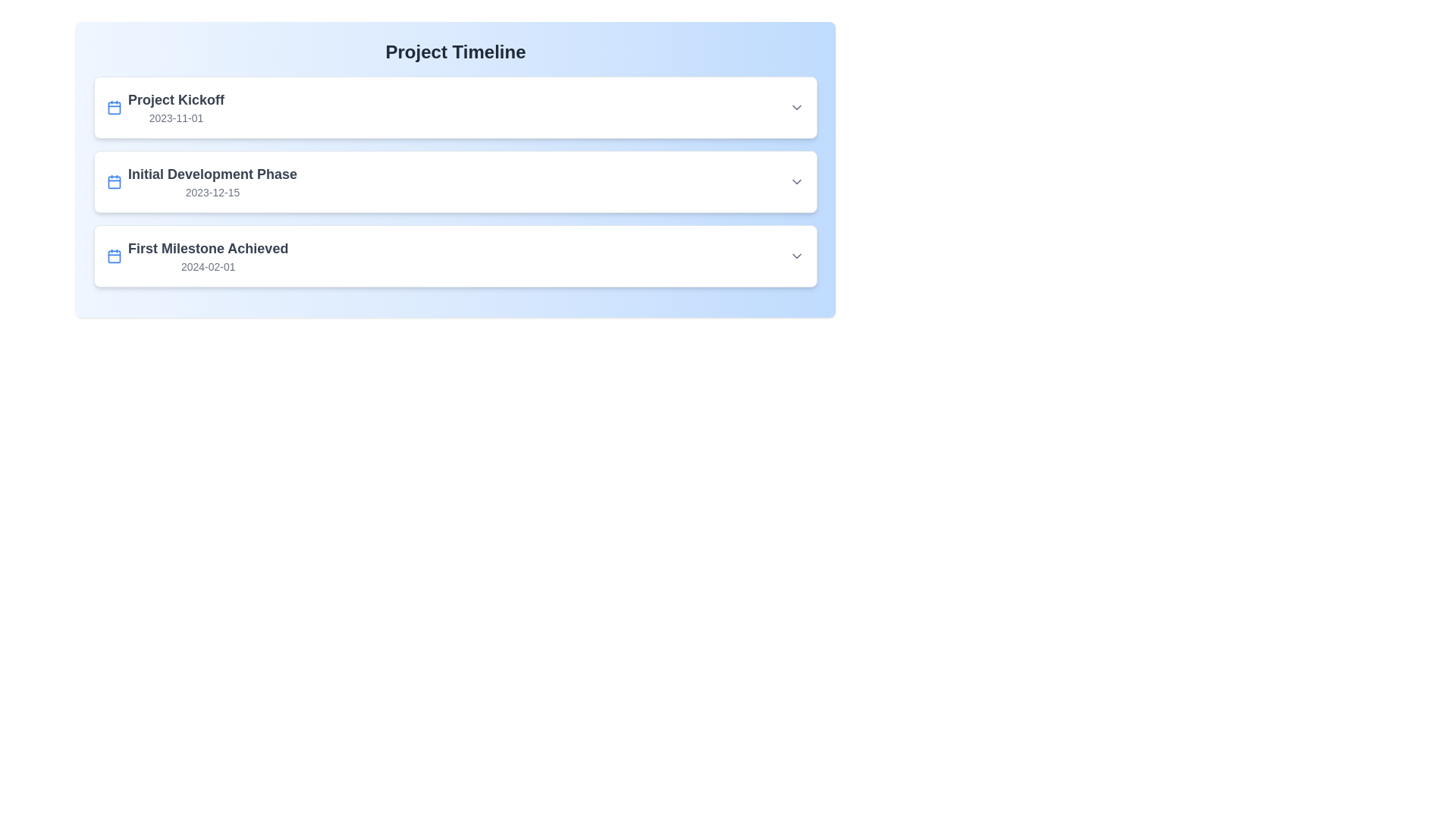 Image resolution: width=1456 pixels, height=819 pixels. What do you see at coordinates (212, 174) in the screenshot?
I see `the static text label representing the title of the phase in the project timeline, located in the second card of the vertical layout` at bounding box center [212, 174].